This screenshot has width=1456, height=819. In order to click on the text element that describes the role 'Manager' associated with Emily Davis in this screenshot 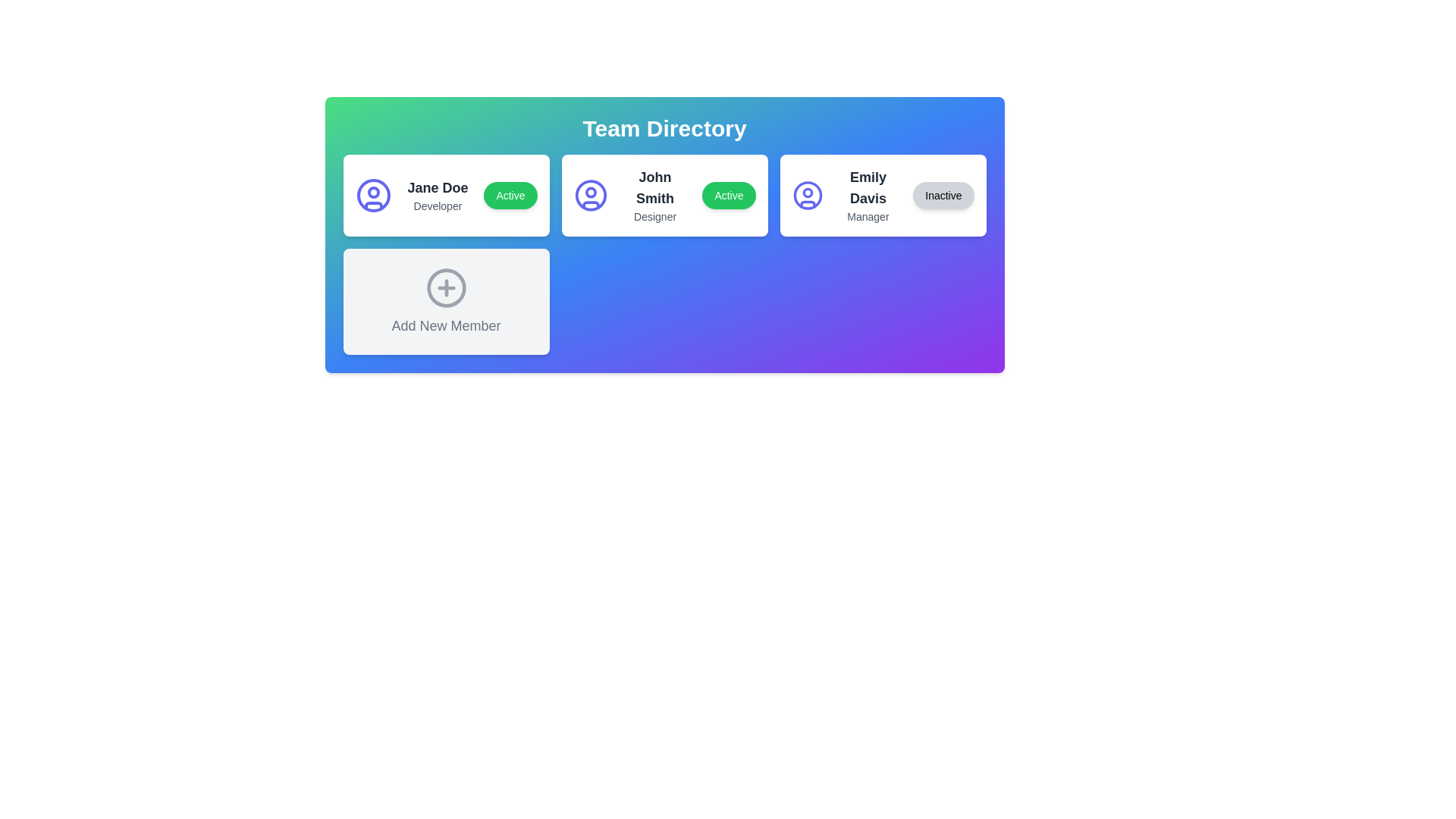, I will do `click(868, 216)`.